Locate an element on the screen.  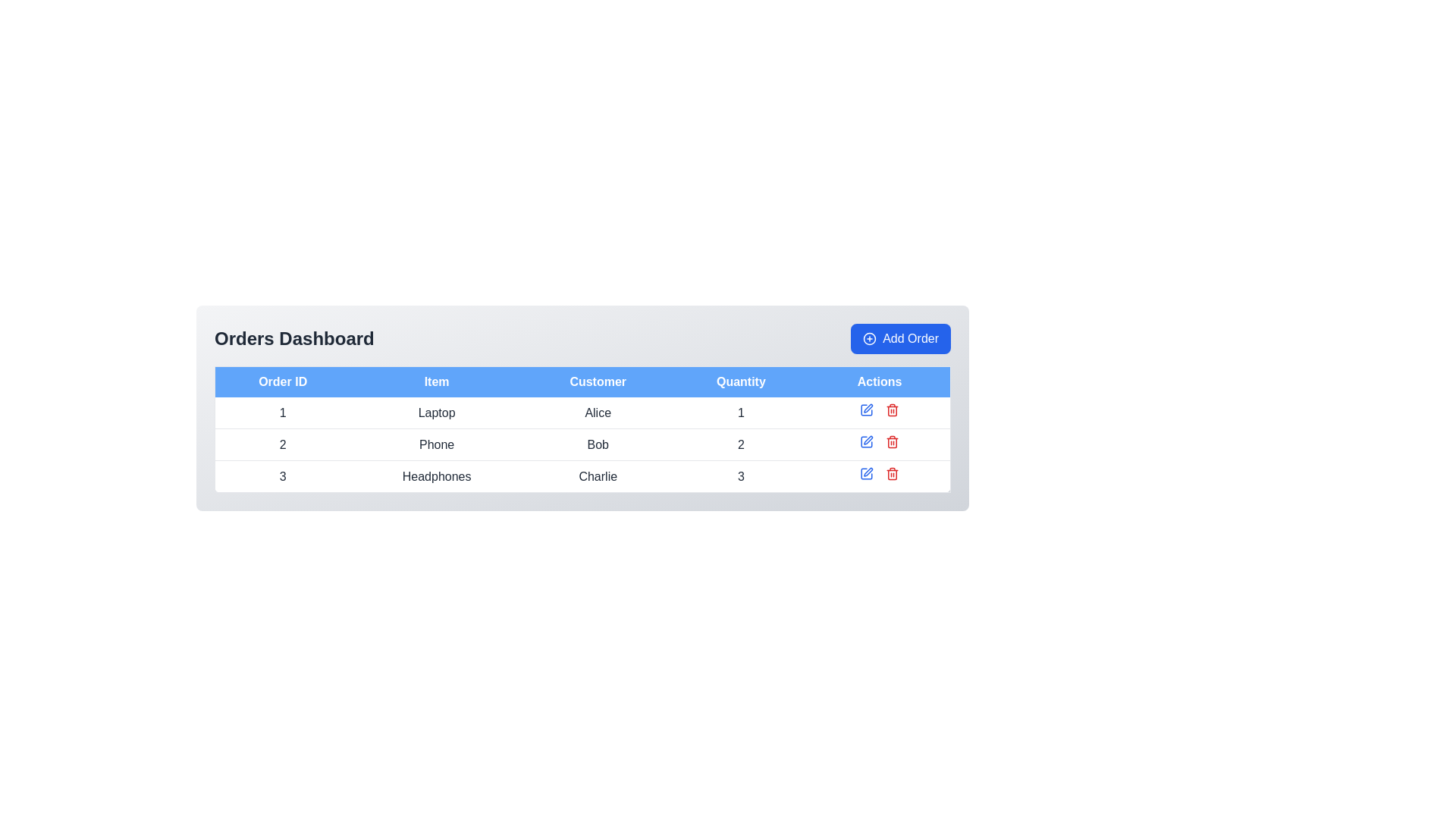
the edit button icon in the Actions column of the table row is located at coordinates (868, 440).